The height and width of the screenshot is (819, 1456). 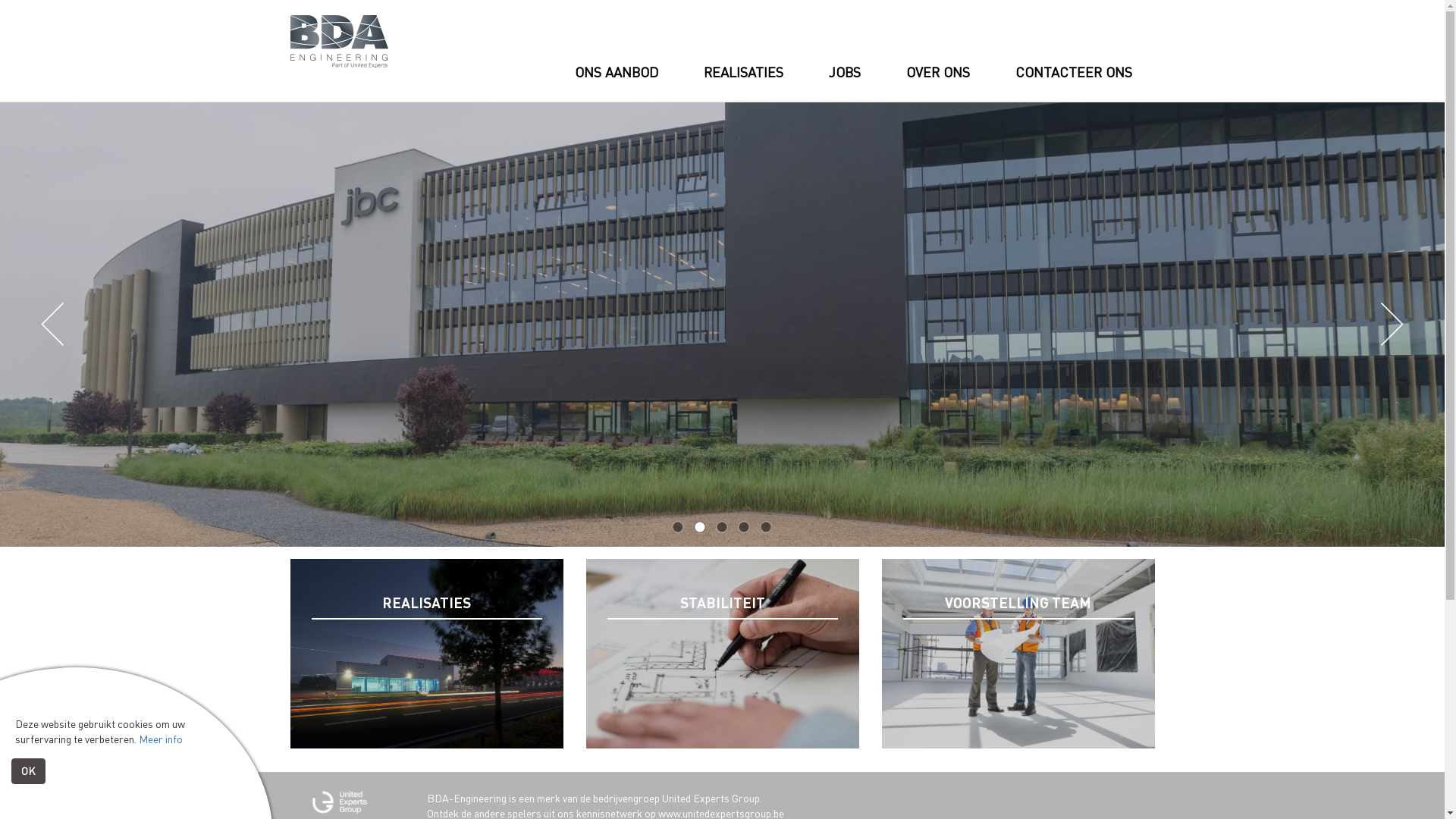 What do you see at coordinates (337, 40) in the screenshot?
I see `'BDA-Engineering'` at bounding box center [337, 40].